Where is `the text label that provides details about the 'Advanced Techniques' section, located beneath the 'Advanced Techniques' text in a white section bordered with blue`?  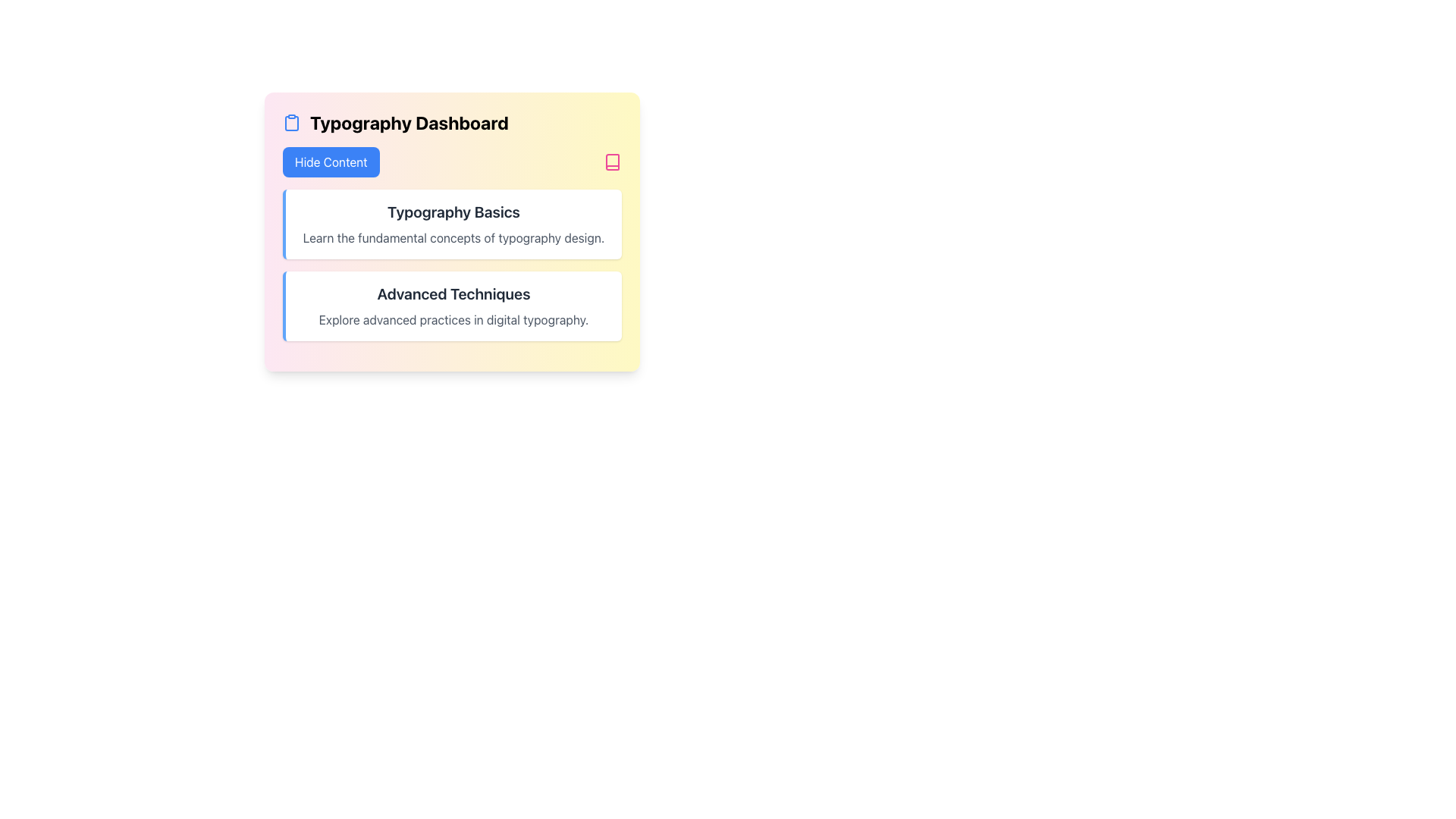 the text label that provides details about the 'Advanced Techniques' section, located beneath the 'Advanced Techniques' text in a white section bordered with blue is located at coordinates (453, 318).